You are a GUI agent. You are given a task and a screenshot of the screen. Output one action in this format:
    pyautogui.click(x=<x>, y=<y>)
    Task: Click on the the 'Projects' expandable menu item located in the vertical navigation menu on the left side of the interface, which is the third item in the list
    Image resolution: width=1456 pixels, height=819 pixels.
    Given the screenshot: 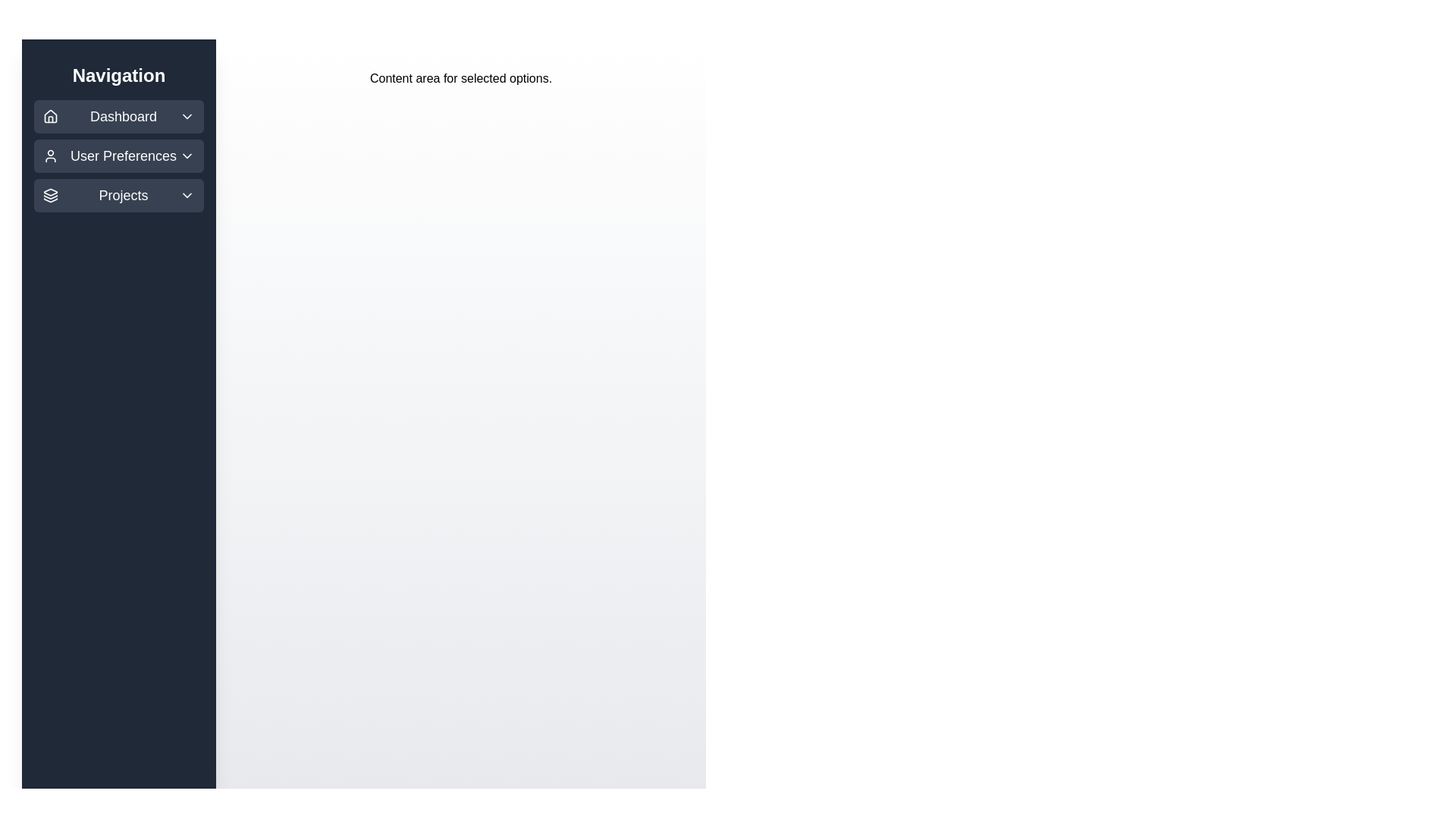 What is the action you would take?
    pyautogui.click(x=118, y=195)
    